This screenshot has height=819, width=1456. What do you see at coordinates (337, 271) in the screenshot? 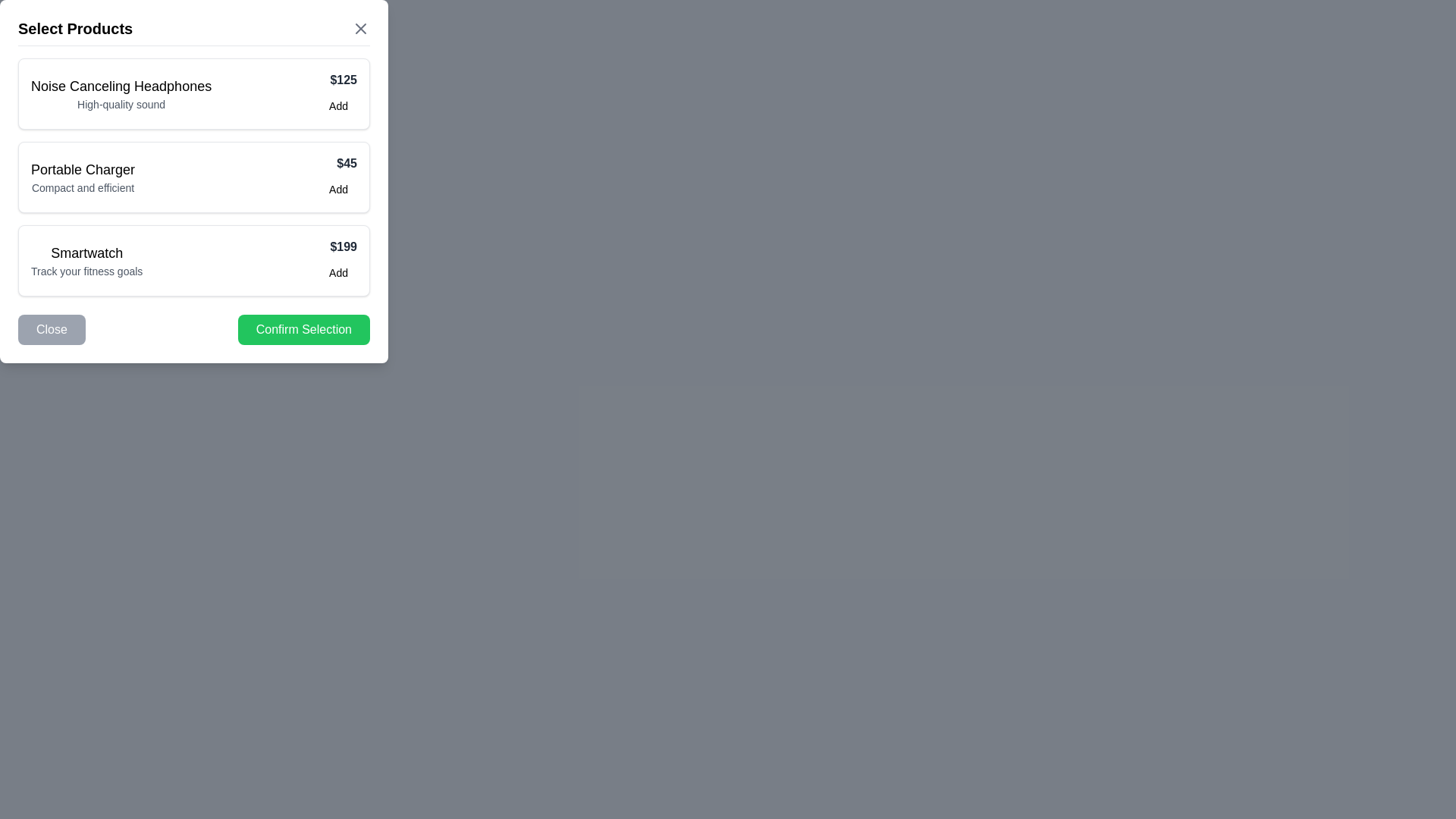
I see `the 'Add' button located in the lower-right corner of the 'Smartwatch' product card` at bounding box center [337, 271].